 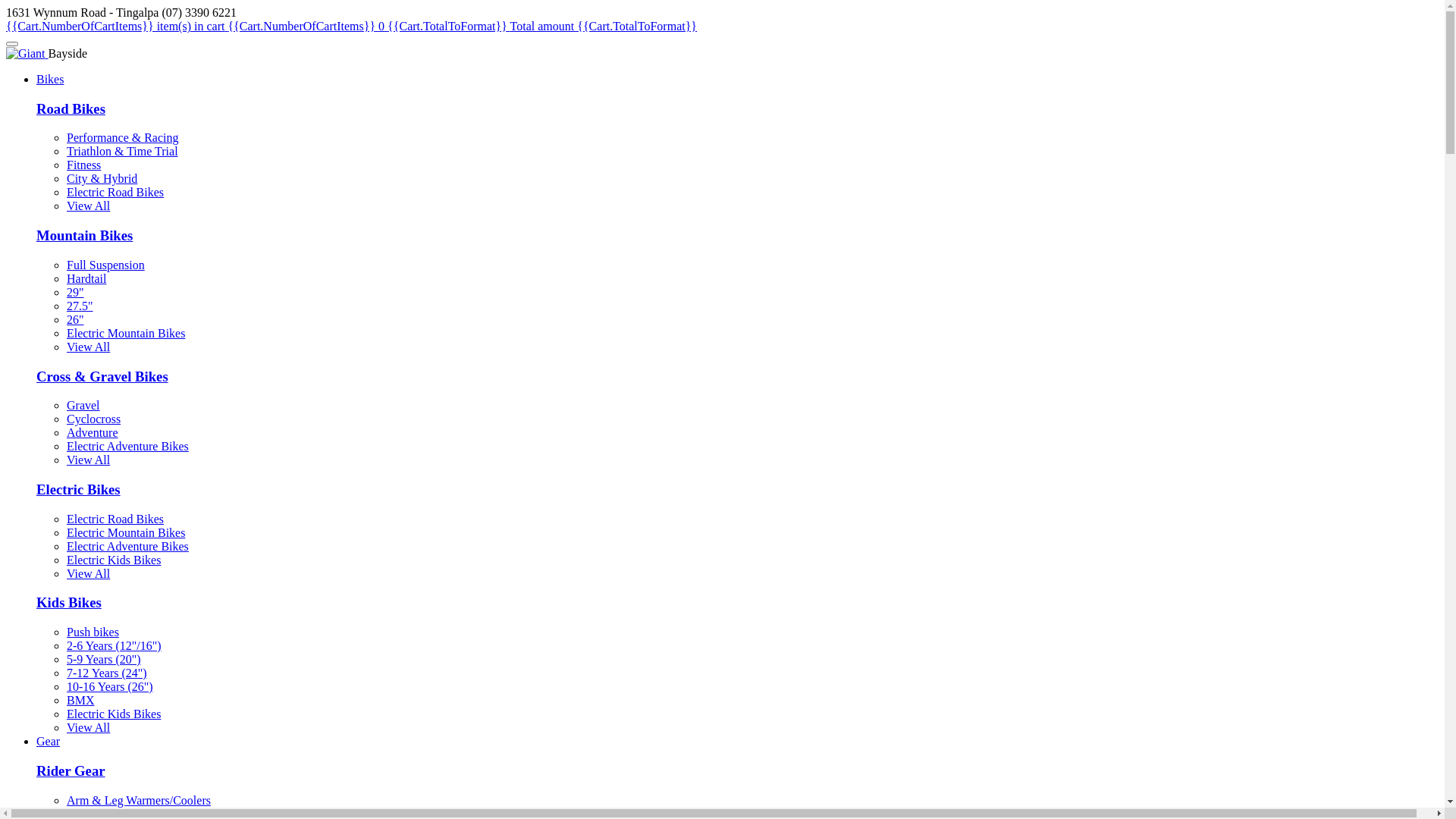 I want to click on '29"', so click(x=74, y=292).